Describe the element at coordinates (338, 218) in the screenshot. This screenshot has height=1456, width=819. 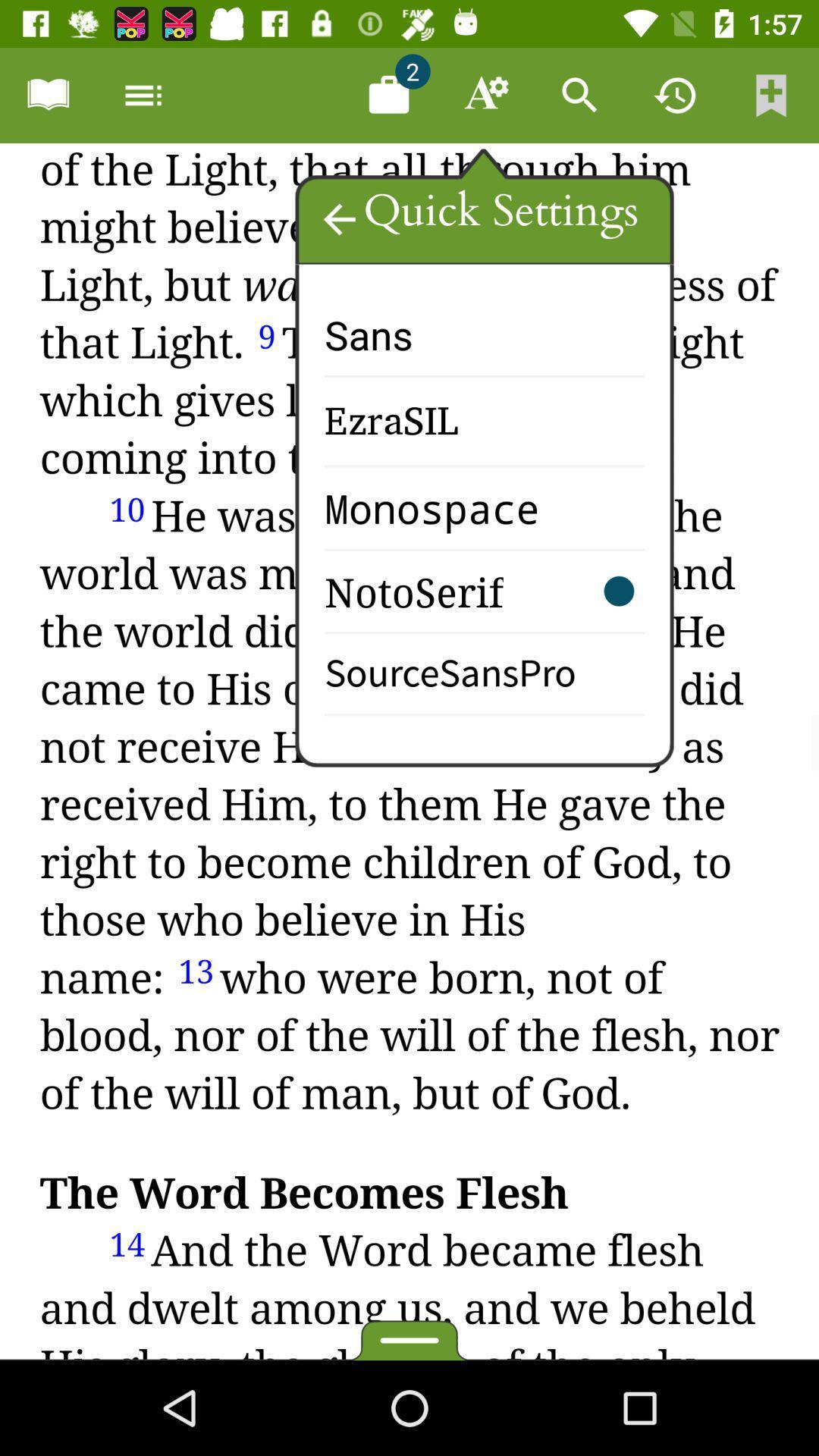
I see `the icon left to quick` at that location.